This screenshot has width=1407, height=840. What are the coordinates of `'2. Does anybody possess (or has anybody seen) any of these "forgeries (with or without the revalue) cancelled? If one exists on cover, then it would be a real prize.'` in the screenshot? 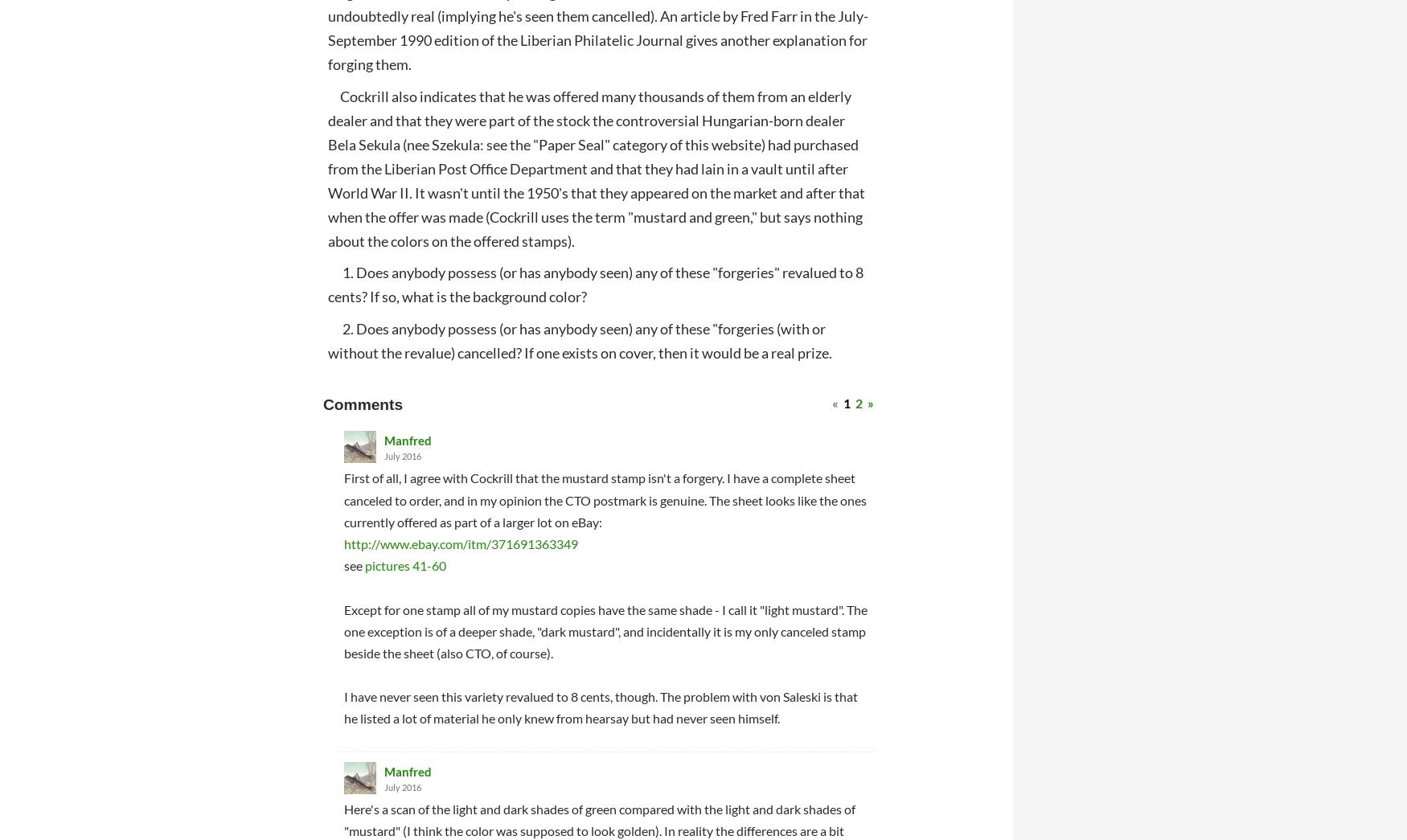 It's located at (580, 341).